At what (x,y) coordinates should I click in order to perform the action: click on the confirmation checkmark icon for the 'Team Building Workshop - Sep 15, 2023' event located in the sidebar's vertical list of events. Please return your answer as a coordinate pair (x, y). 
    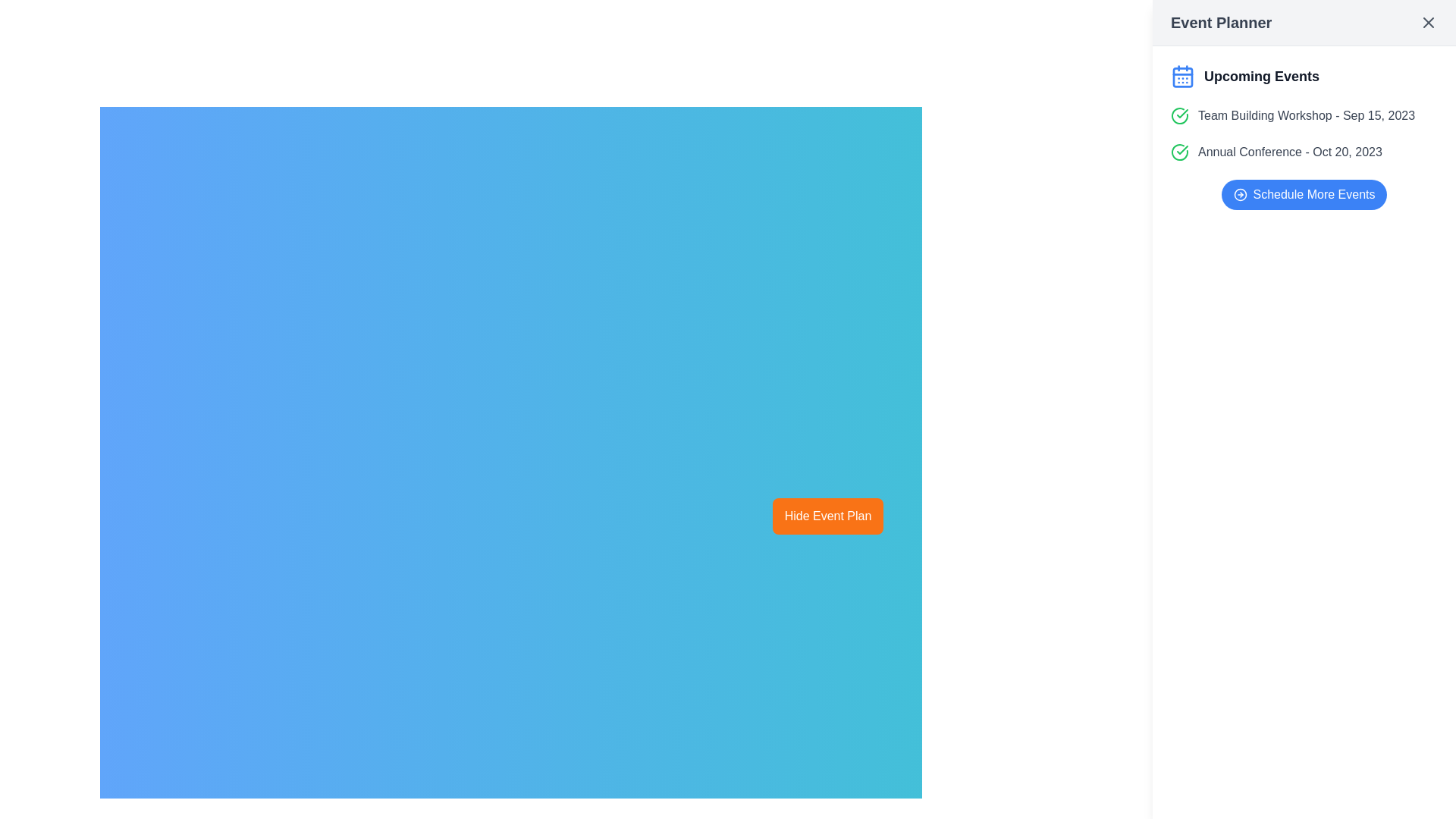
    Looking at the image, I should click on (1181, 149).